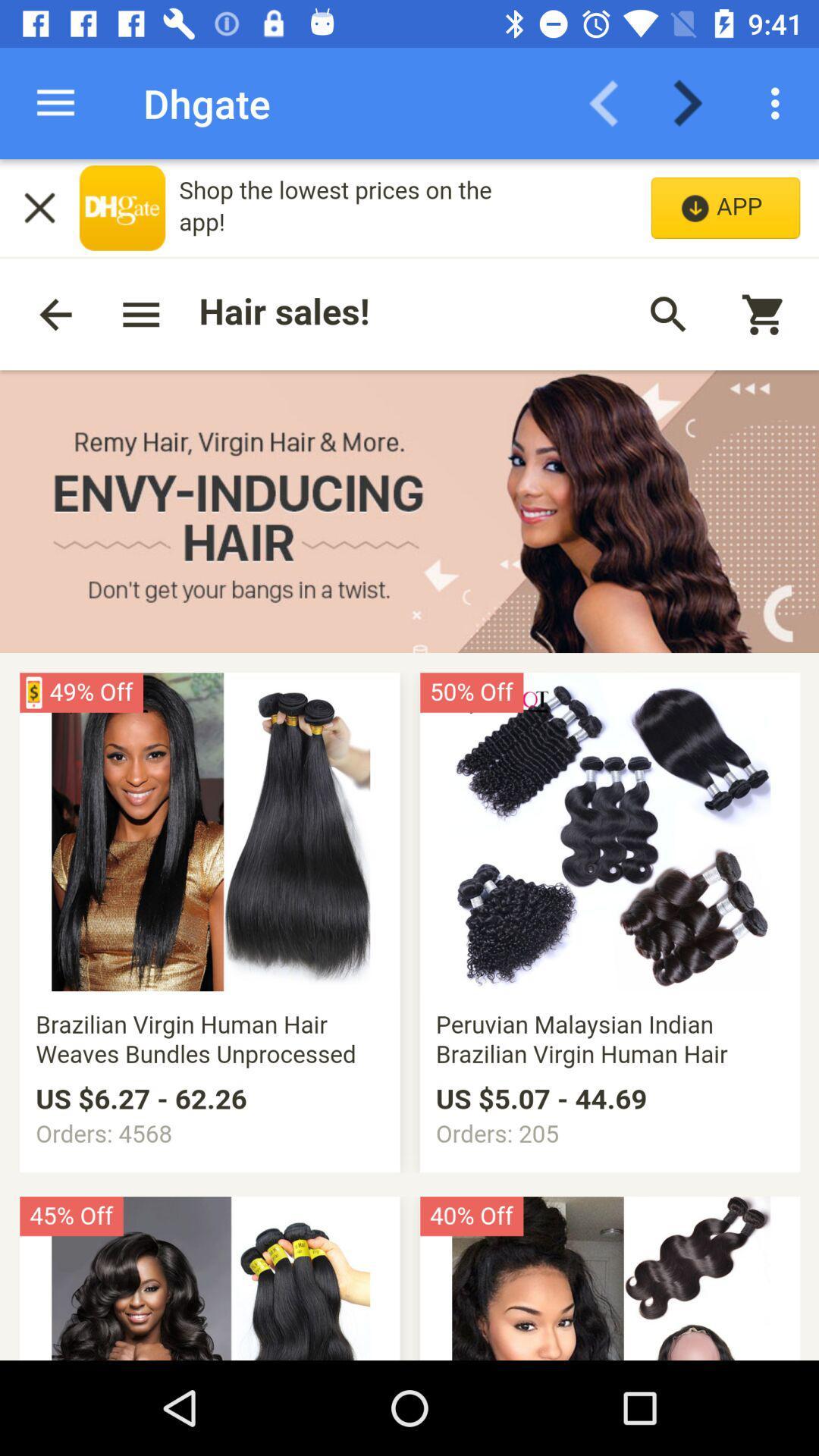  Describe the element at coordinates (697, 102) in the screenshot. I see `next selection` at that location.